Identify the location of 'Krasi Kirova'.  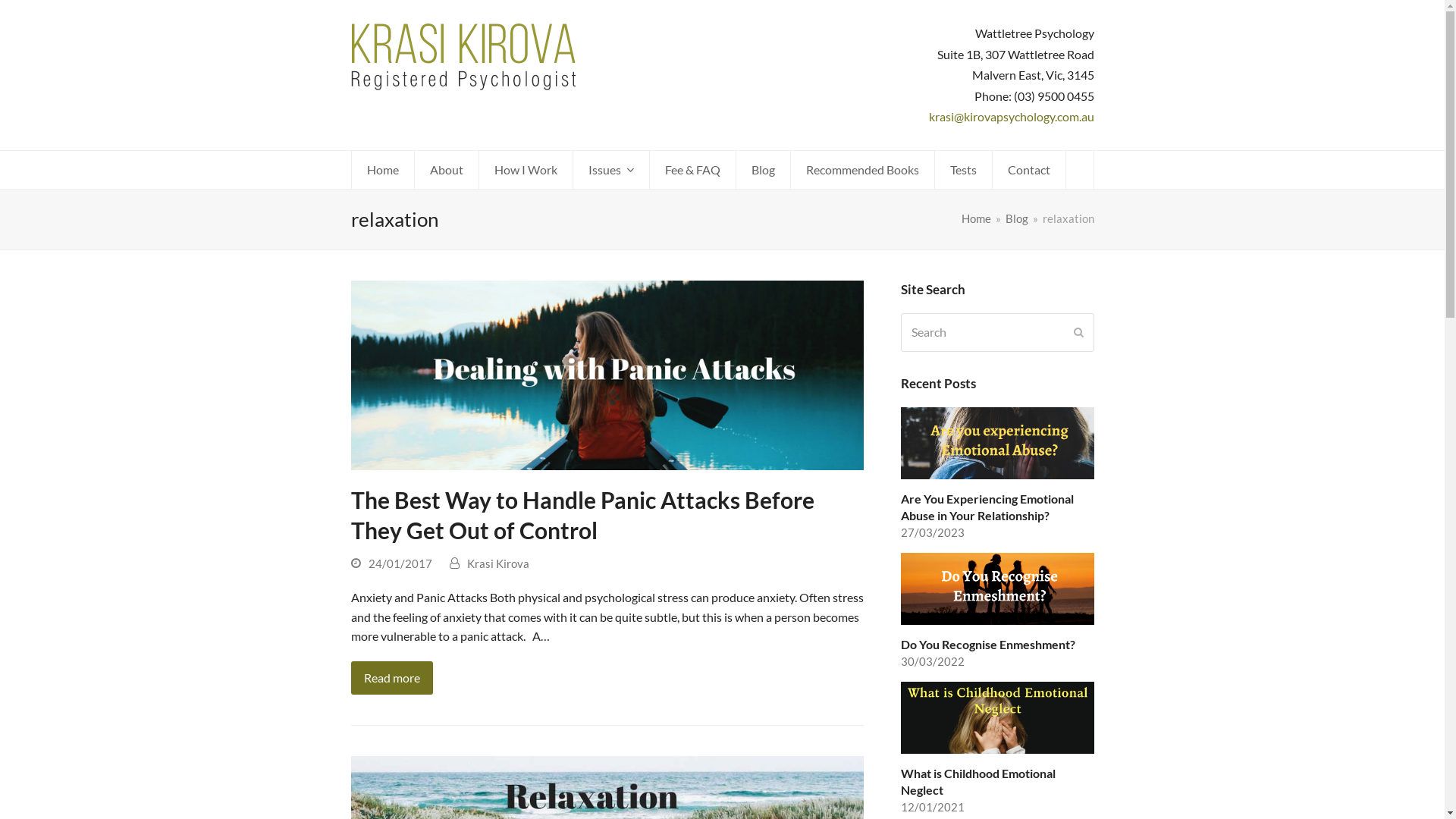
(498, 563).